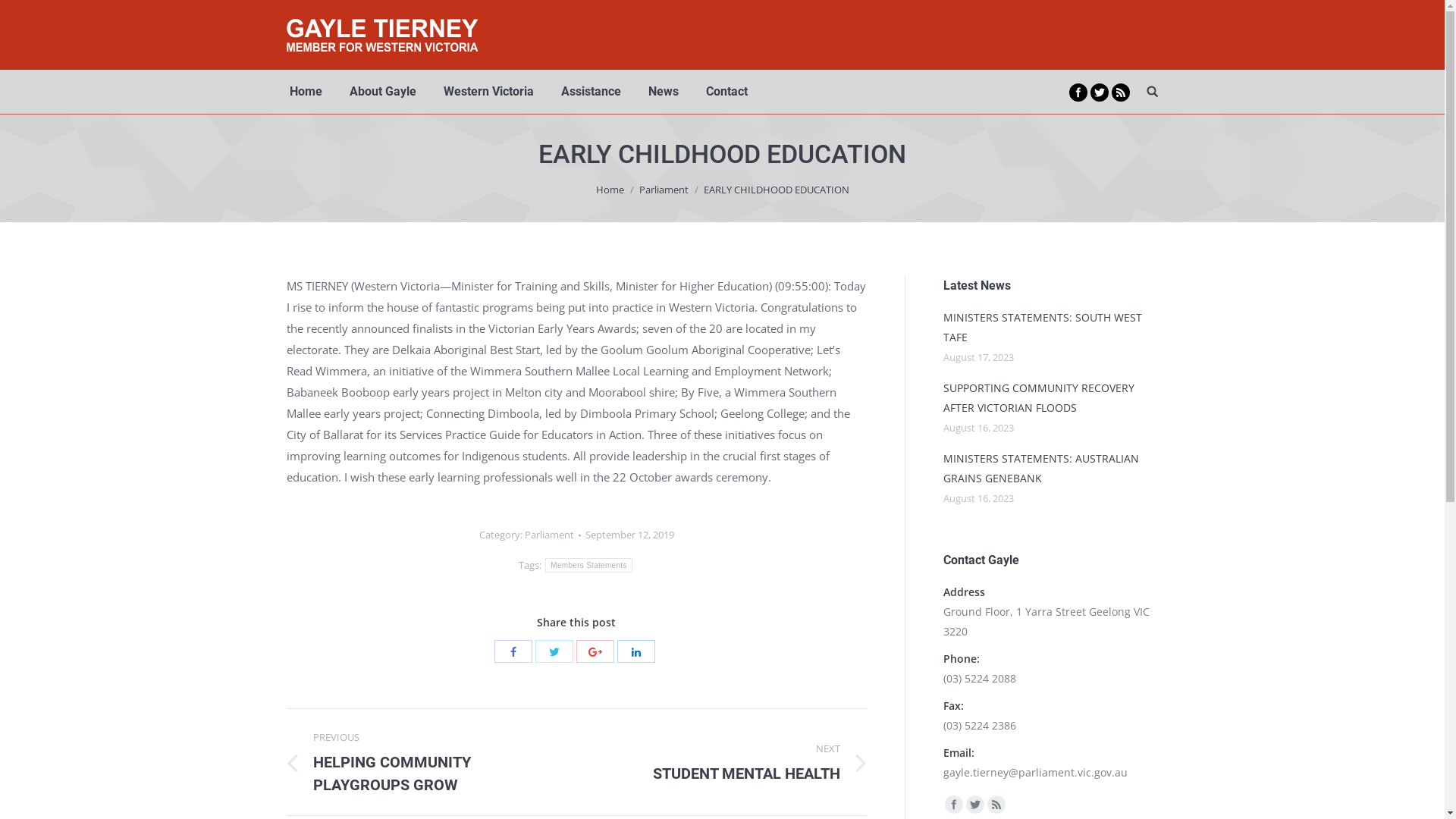 The image size is (1456, 819). Describe the element at coordinates (1050, 397) in the screenshot. I see `'SUPPORTING COMMUNITY RECOVERY AFTER VICTORIAN FLOODS'` at that location.